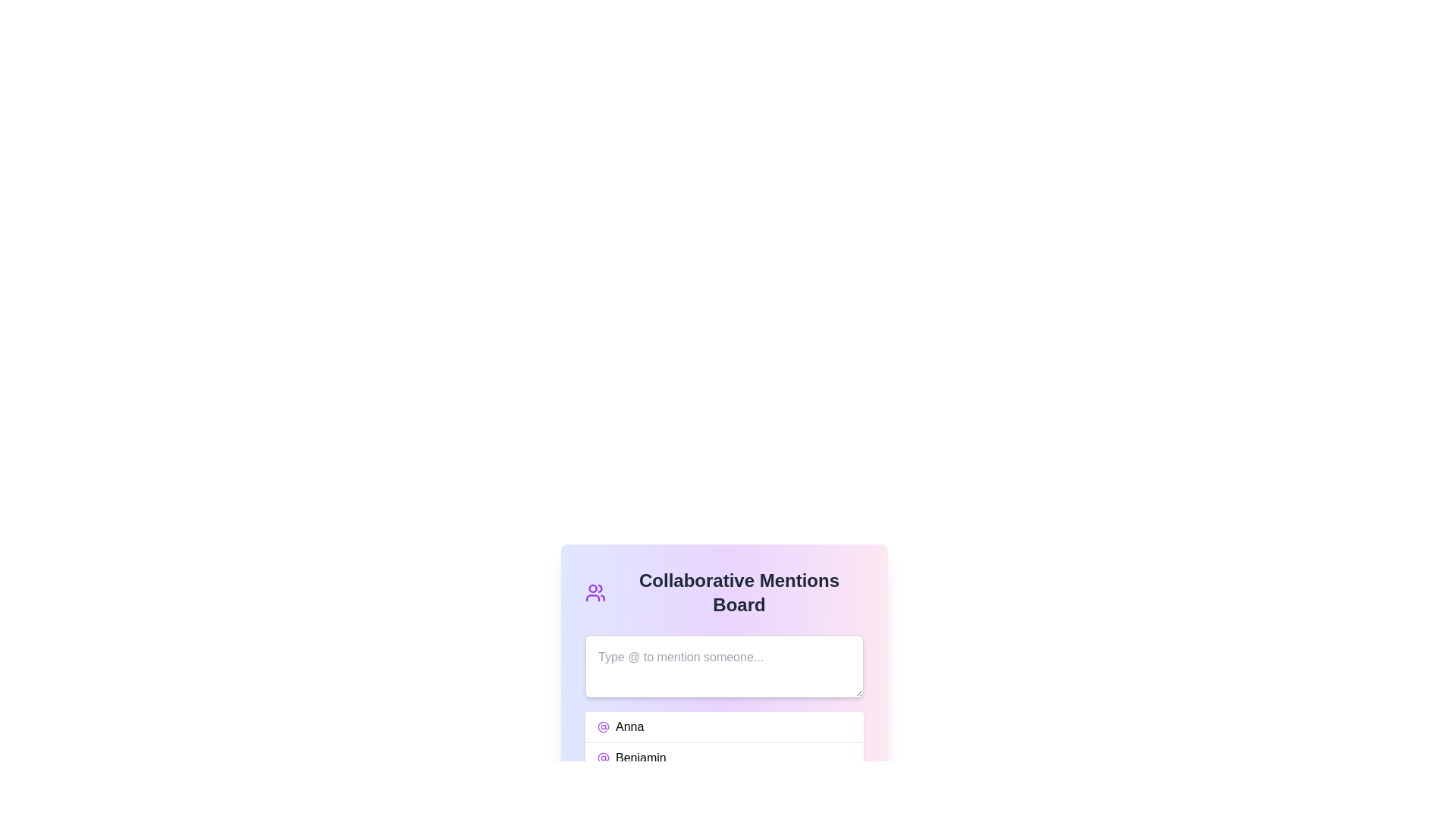 The height and width of the screenshot is (819, 1456). Describe the element at coordinates (603, 758) in the screenshot. I see `the mention icon located to the left of the text 'Benjamin'` at that location.